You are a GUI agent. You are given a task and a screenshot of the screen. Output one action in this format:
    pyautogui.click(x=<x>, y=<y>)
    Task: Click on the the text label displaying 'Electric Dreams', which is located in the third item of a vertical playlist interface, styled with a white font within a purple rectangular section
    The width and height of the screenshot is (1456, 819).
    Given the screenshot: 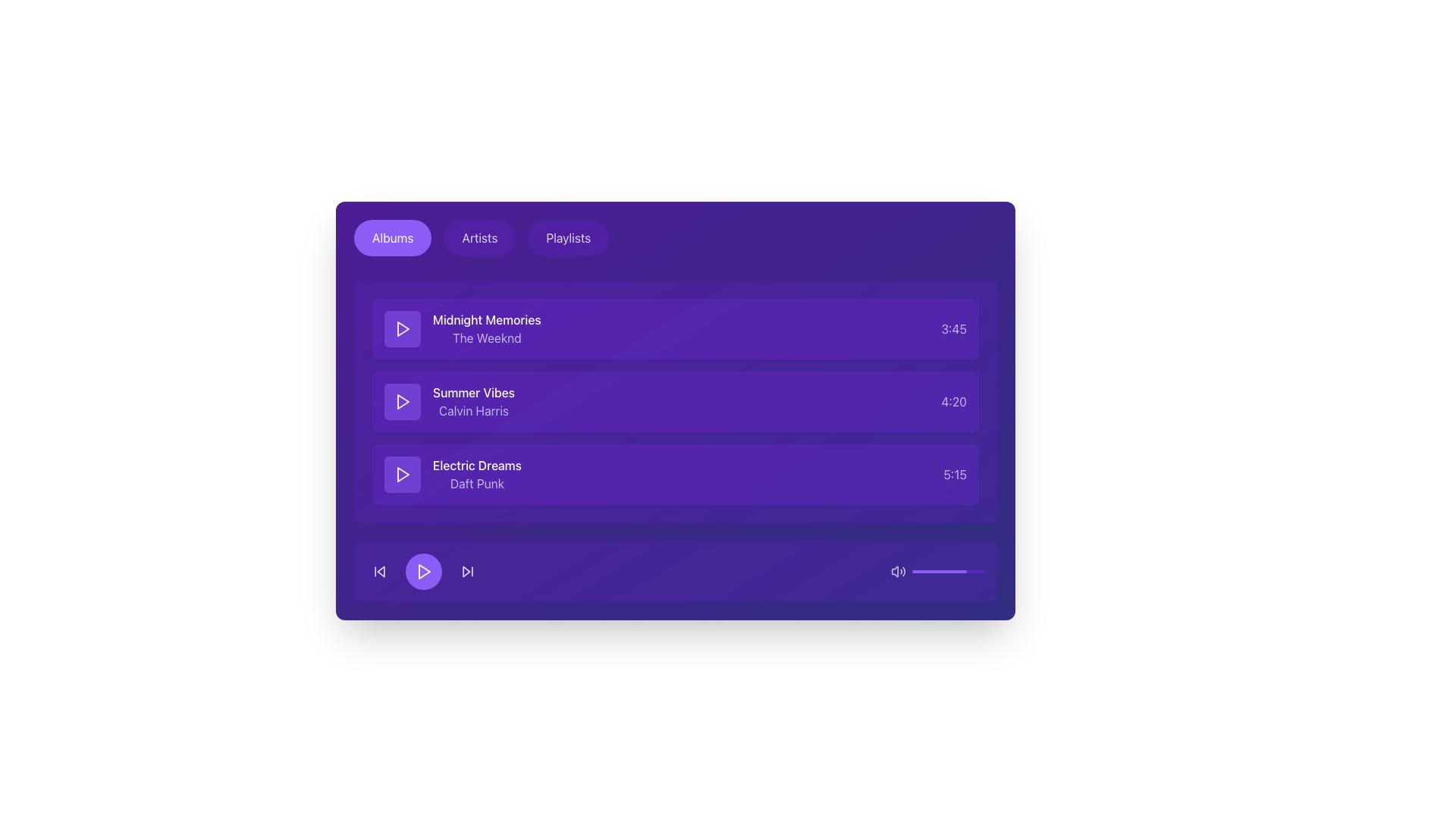 What is the action you would take?
    pyautogui.click(x=476, y=464)
    